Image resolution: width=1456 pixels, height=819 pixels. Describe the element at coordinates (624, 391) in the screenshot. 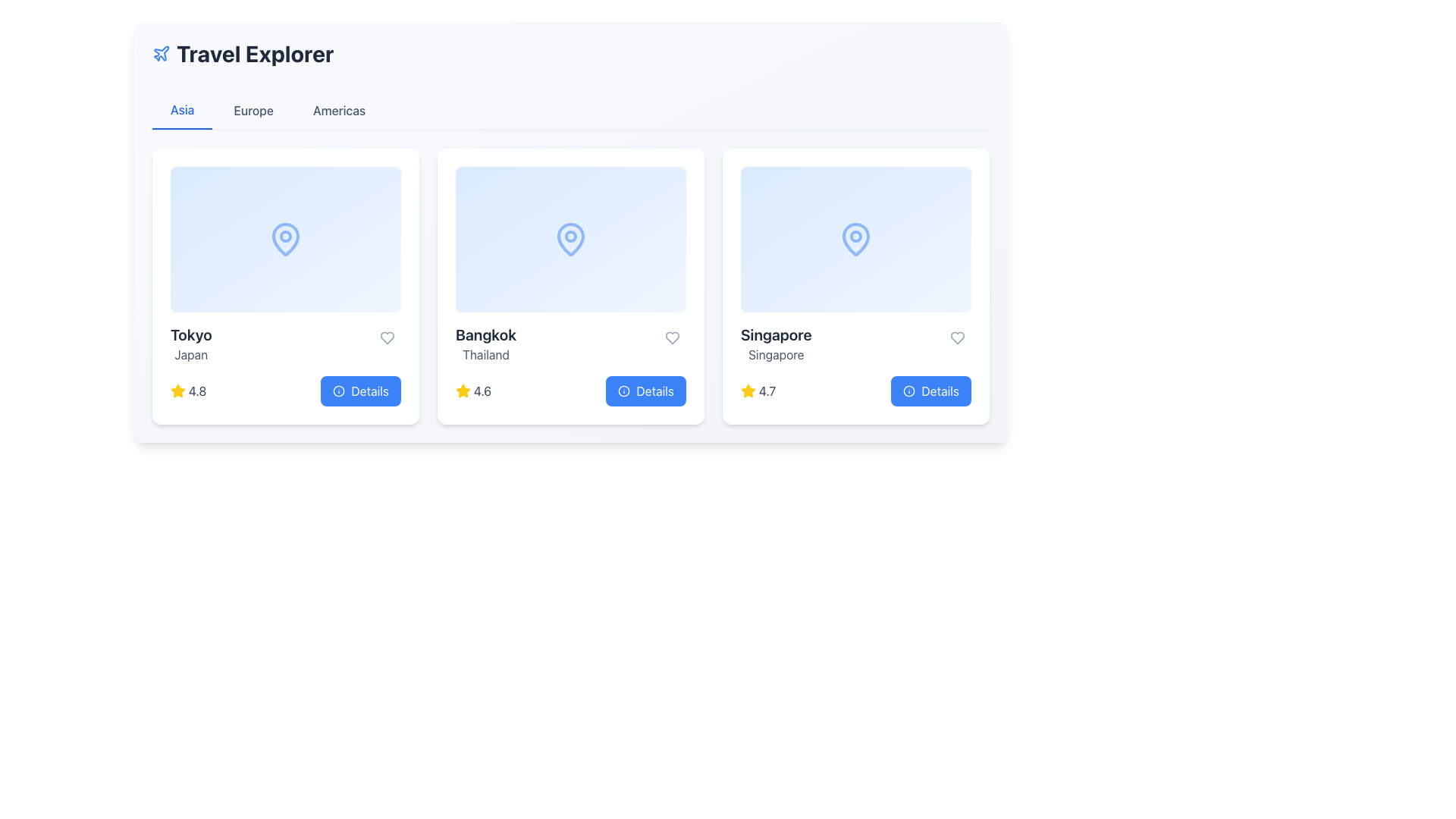

I see `the circular icon within the SVG info icon located at the bottom-right corner of the 'Bangkok' card, adjacent to the 'Details' button` at that location.